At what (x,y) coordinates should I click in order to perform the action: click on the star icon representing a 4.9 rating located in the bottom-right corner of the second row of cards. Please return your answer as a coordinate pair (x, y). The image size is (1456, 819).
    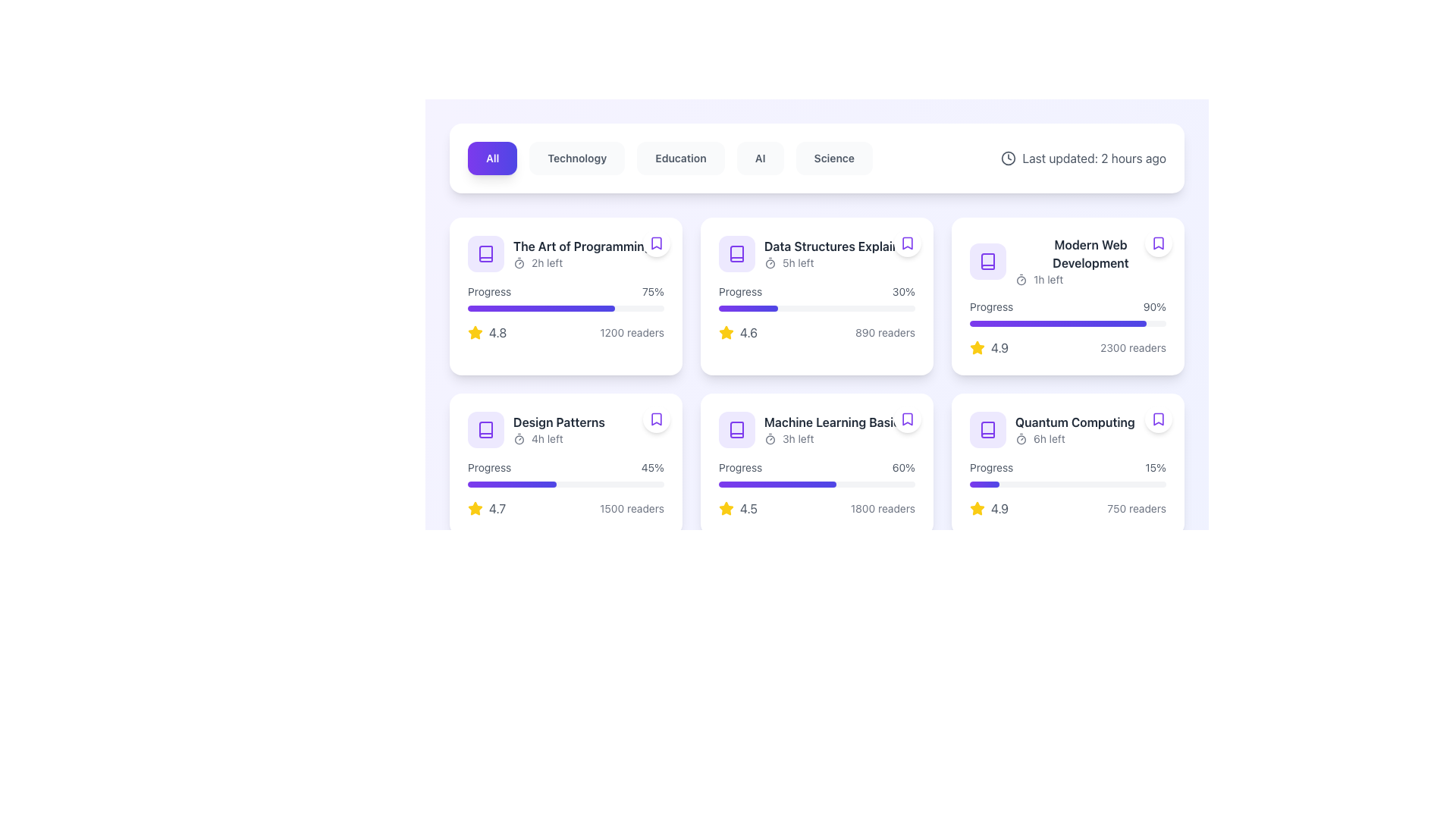
    Looking at the image, I should click on (977, 509).